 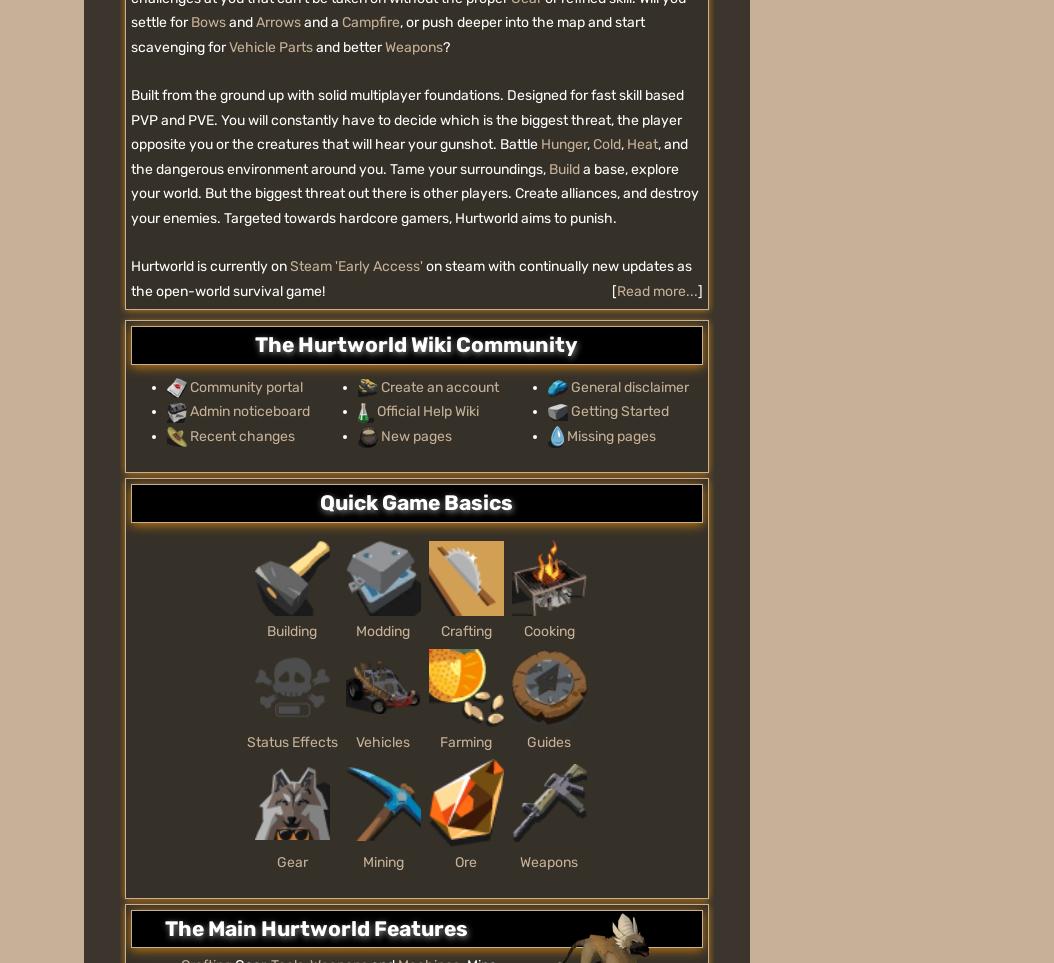 What do you see at coordinates (446, 546) in the screenshot?
I see `'Help'` at bounding box center [446, 546].